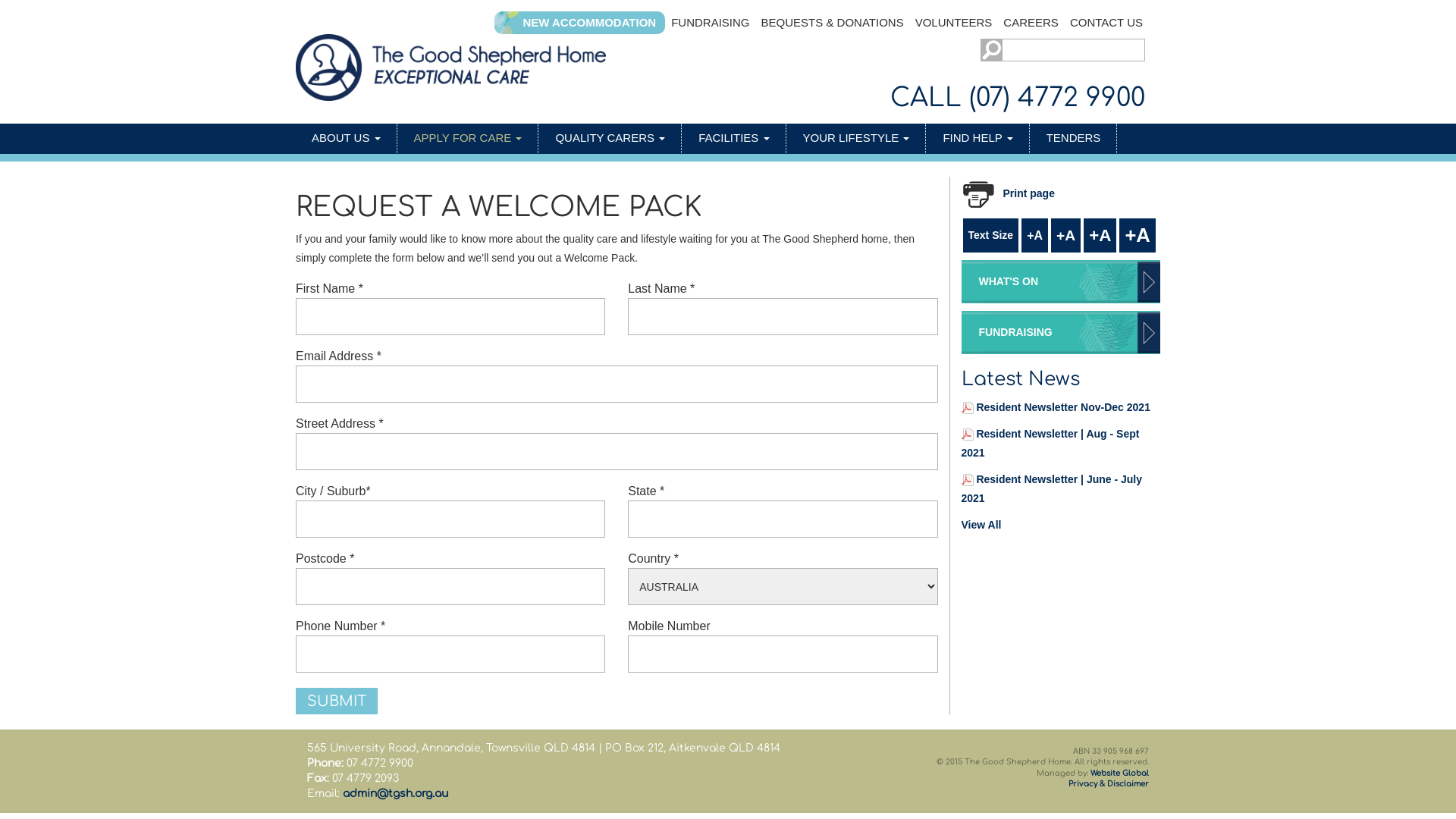  Describe the element at coordinates (1060, 281) in the screenshot. I see `'WHAT'S ON'` at that location.